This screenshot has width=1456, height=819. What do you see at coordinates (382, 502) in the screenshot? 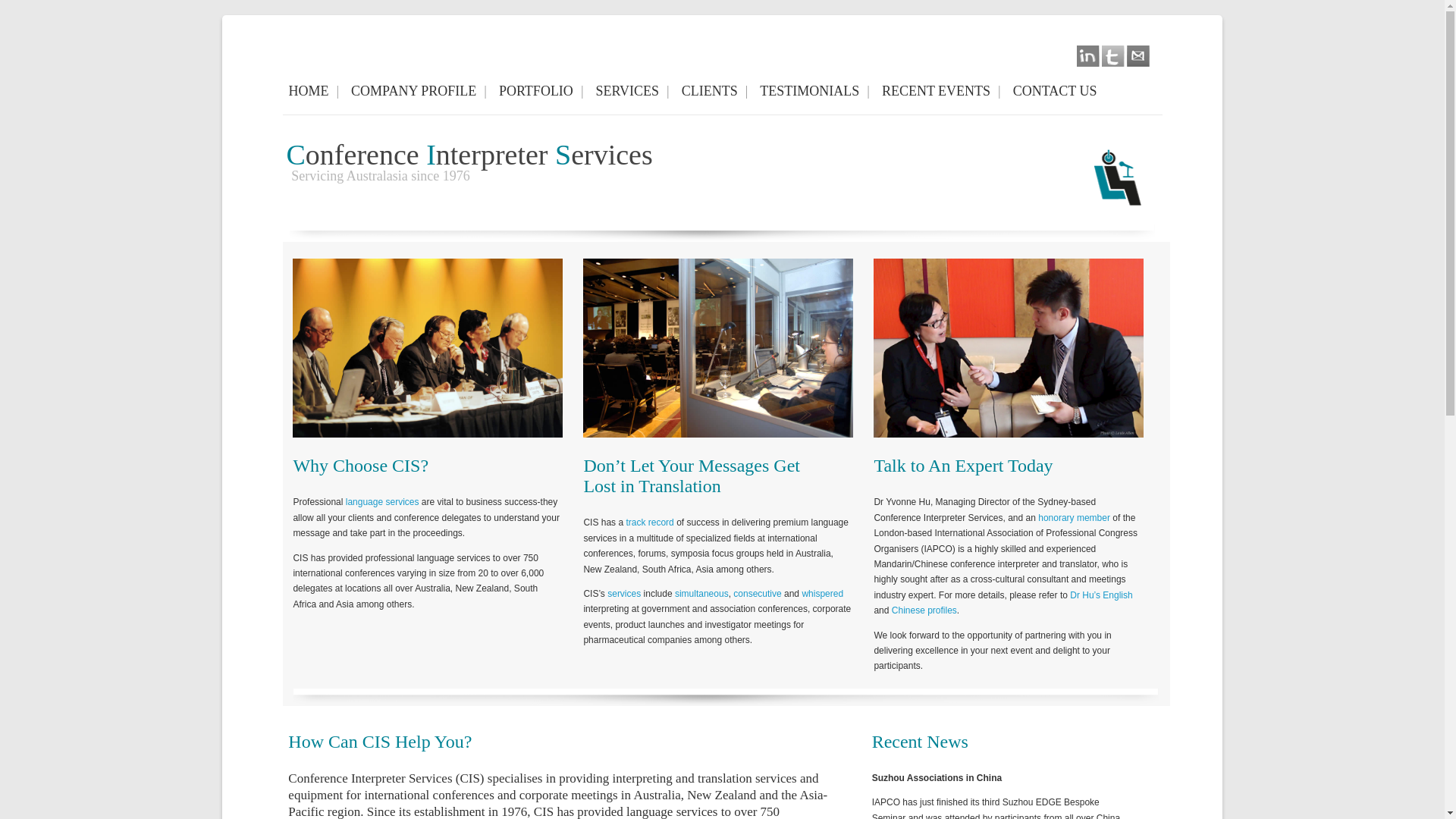
I see `'language services'` at bounding box center [382, 502].